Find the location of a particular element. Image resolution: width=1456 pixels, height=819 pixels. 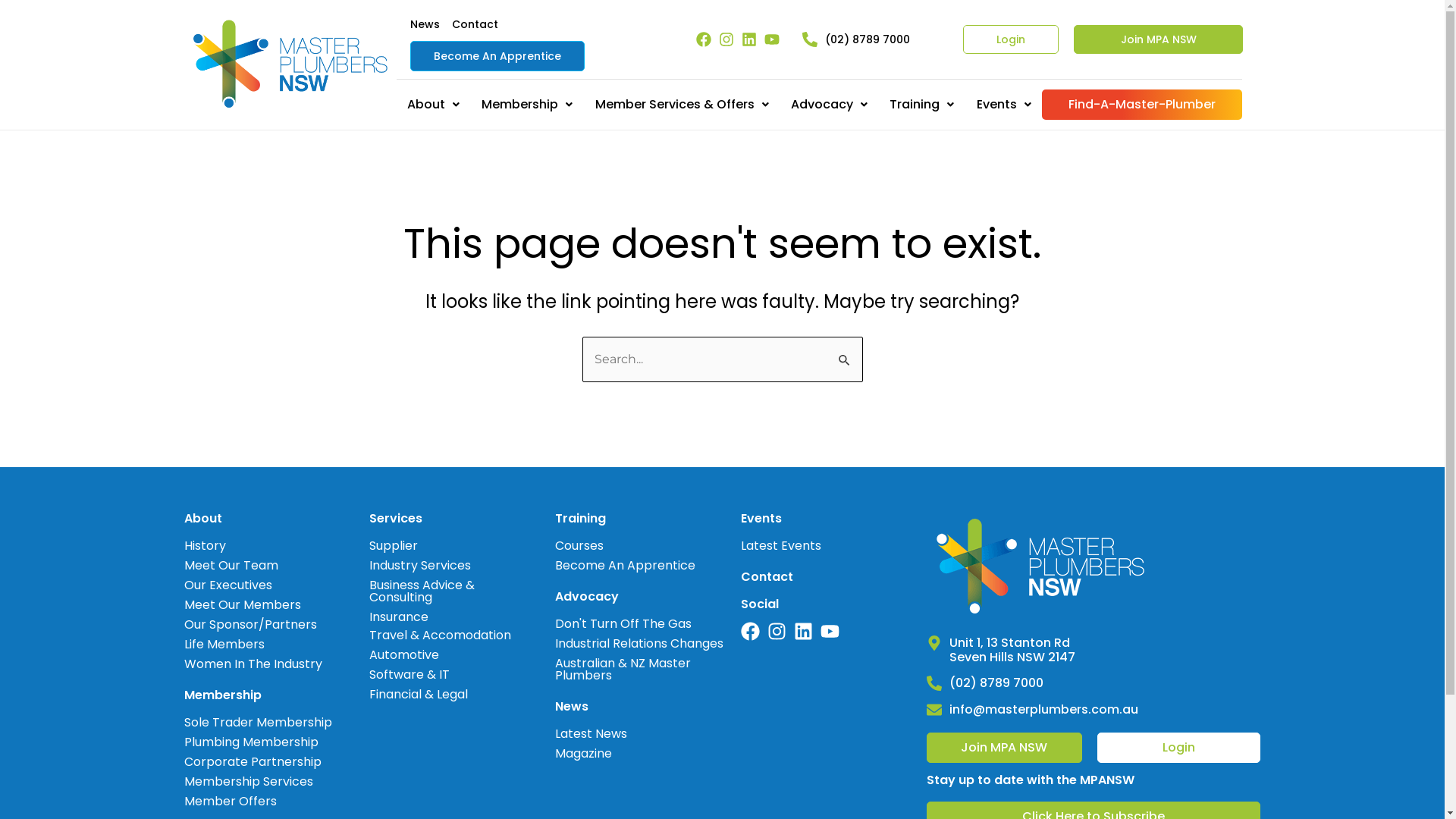

'Don't Turn Off The Gas' is located at coordinates (640, 623).